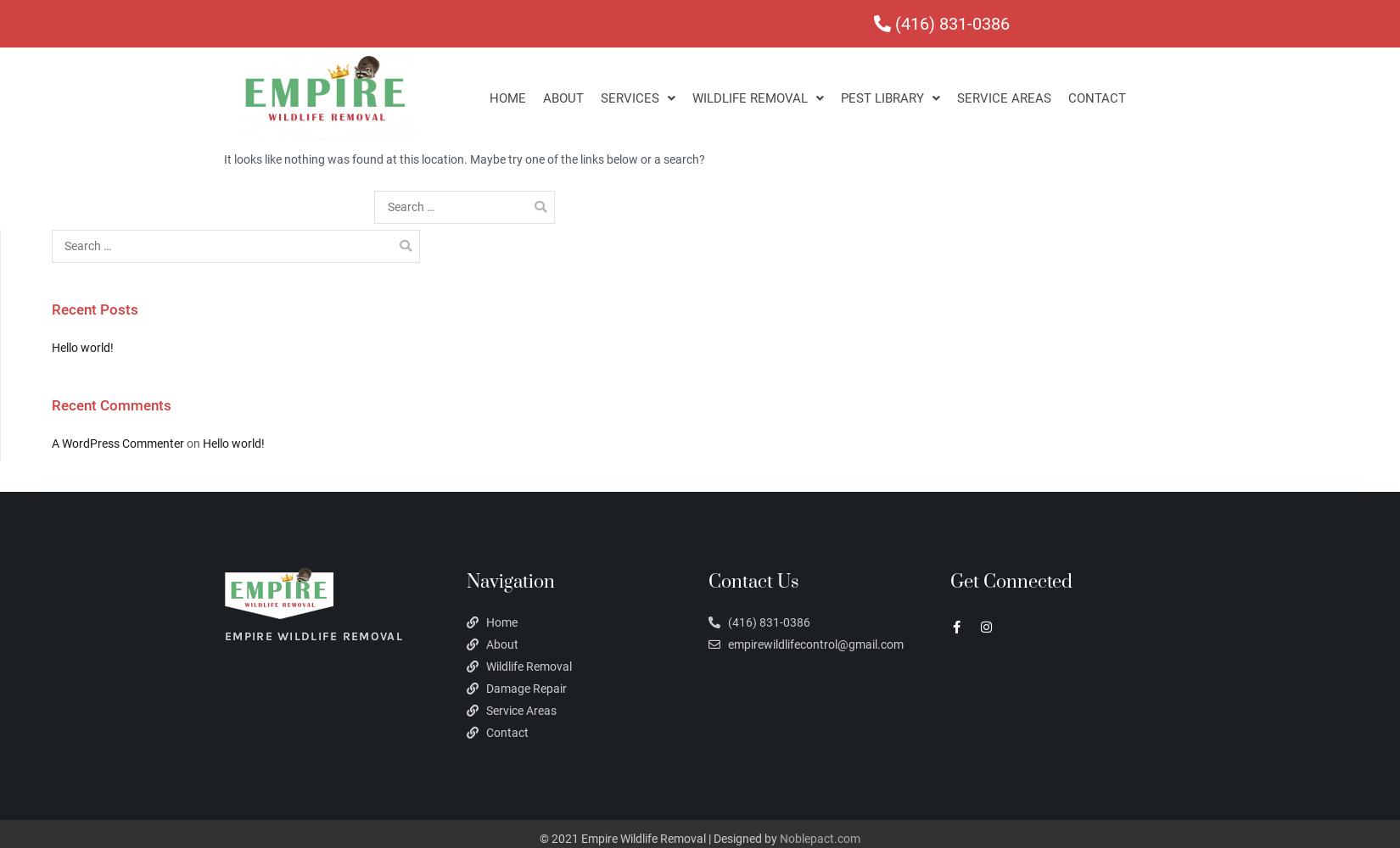 This screenshot has height=848, width=1400. Describe the element at coordinates (183, 443) in the screenshot. I see `'on'` at that location.